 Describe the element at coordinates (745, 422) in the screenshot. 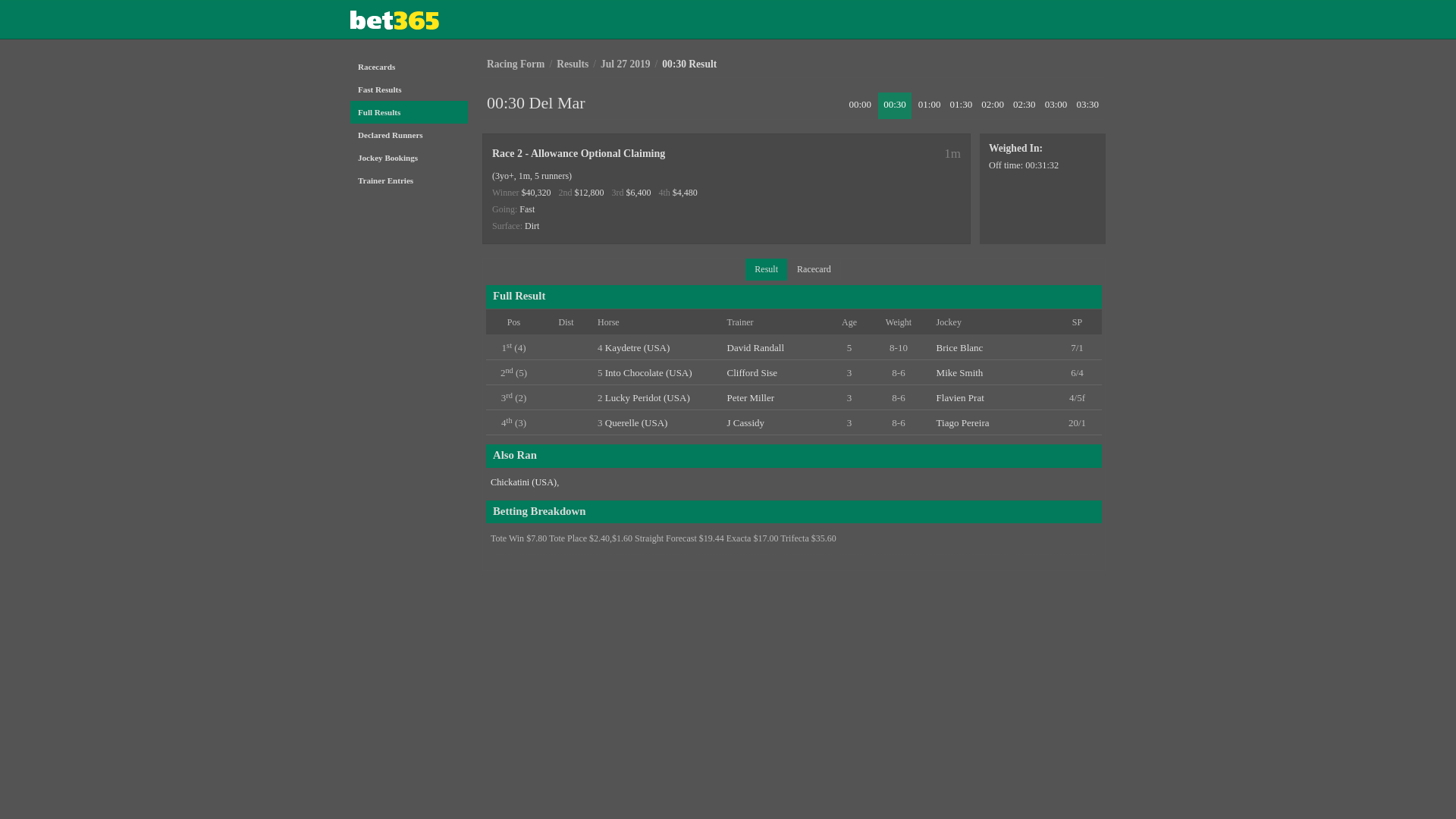

I see `'J Cassidy'` at that location.